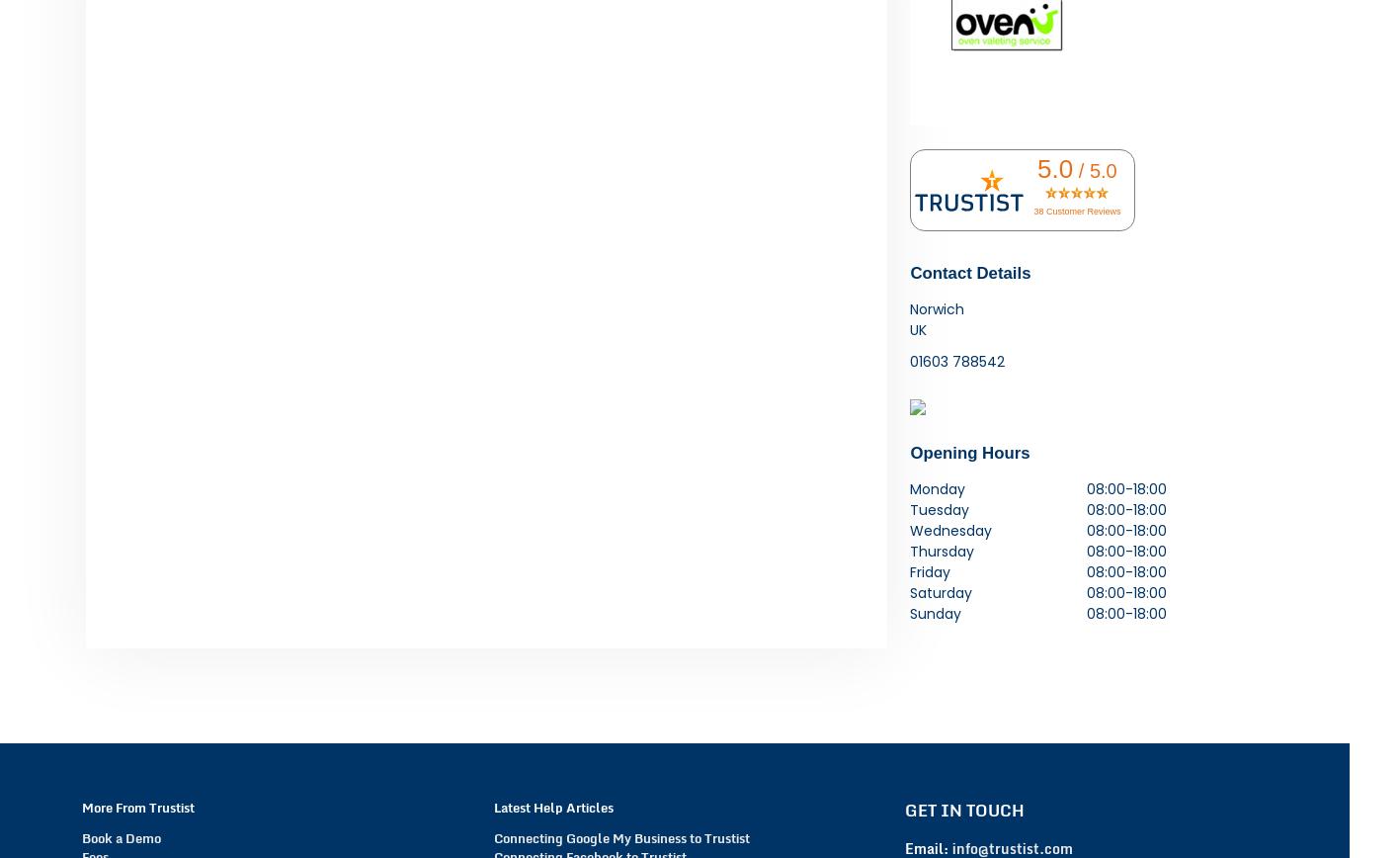 Image resolution: width=1400 pixels, height=858 pixels. I want to click on 'Saturday', so click(941, 592).